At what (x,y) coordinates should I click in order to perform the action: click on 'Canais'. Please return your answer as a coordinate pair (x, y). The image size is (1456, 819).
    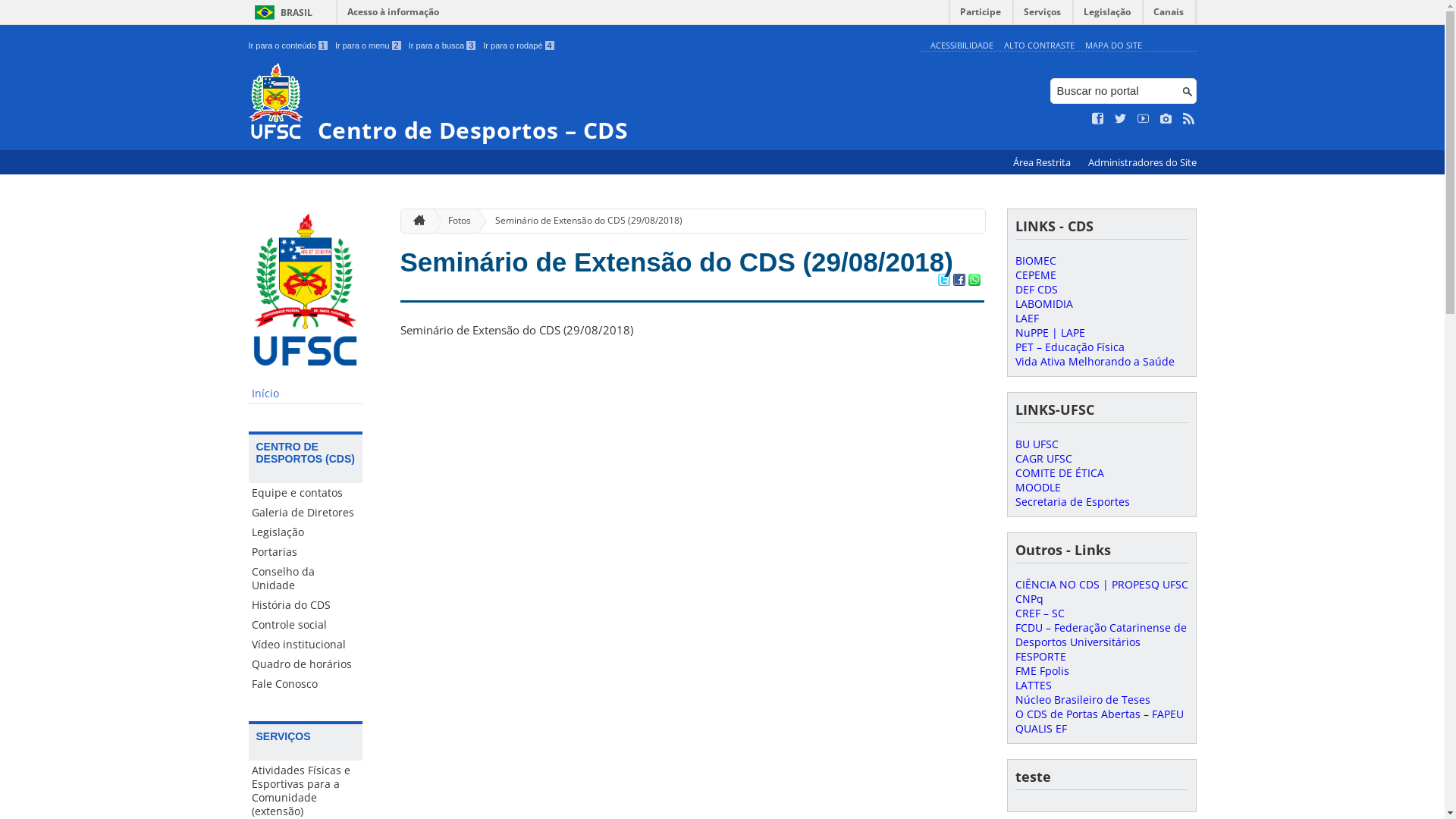
    Looking at the image, I should click on (1168, 15).